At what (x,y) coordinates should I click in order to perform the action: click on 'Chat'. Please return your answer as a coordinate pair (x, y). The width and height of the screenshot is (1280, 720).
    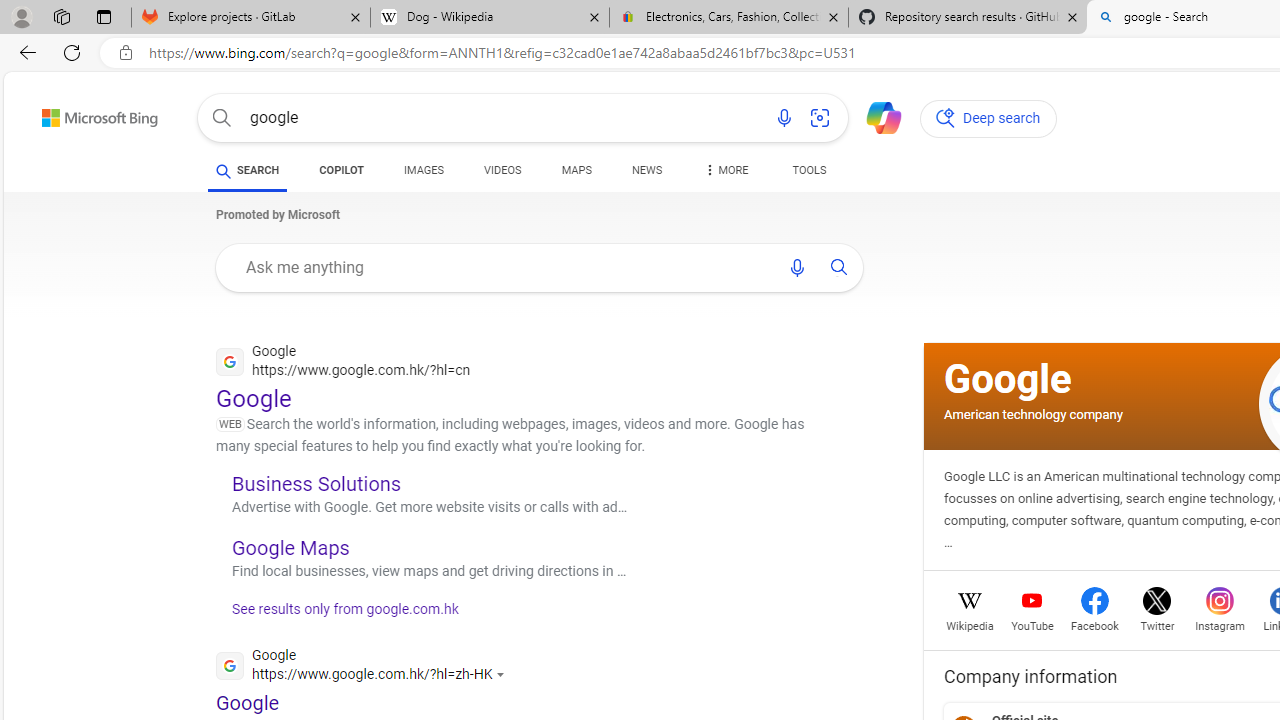
    Looking at the image, I should click on (875, 116).